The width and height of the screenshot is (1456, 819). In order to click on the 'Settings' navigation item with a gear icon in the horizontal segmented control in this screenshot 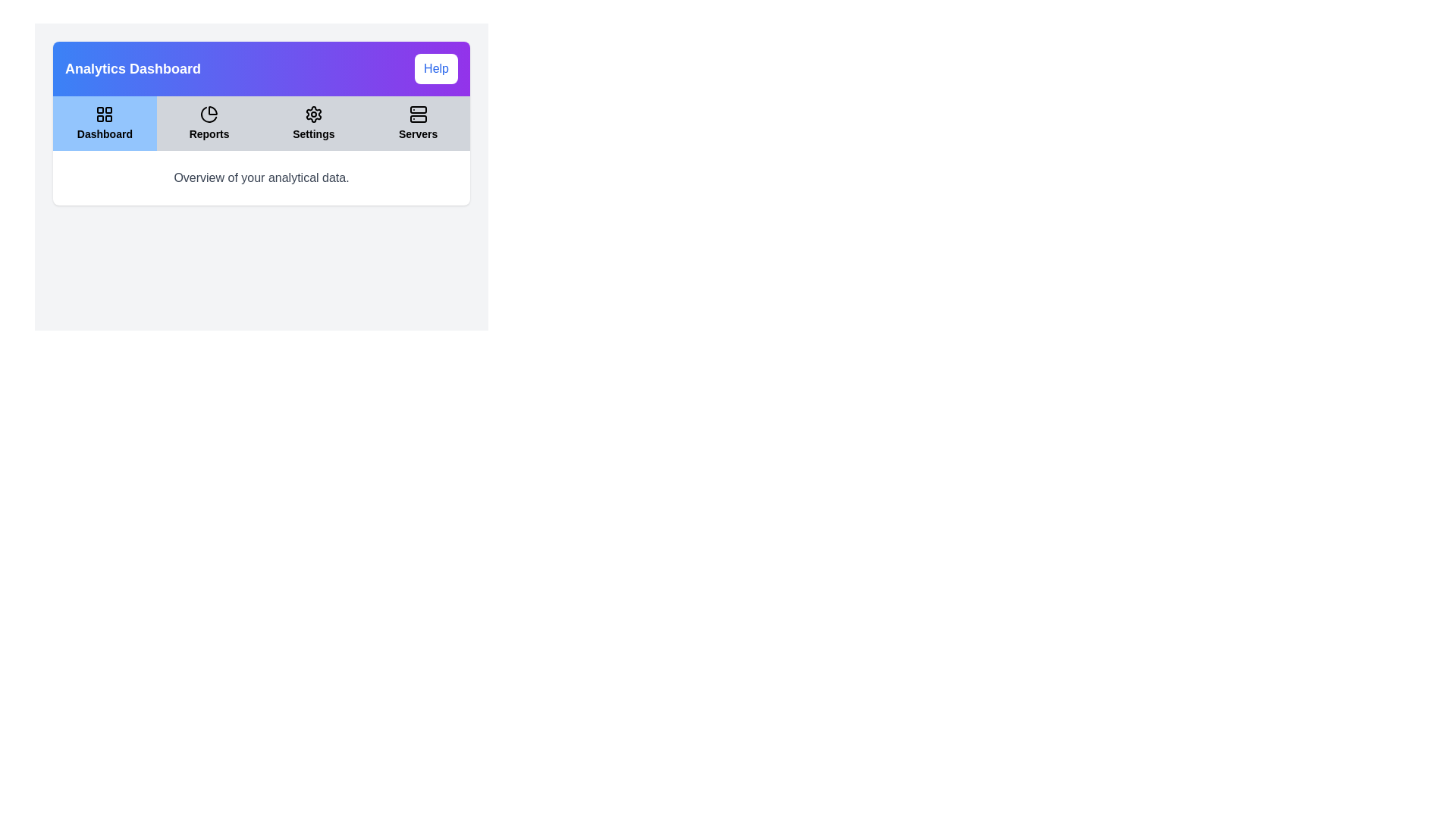, I will do `click(312, 122)`.